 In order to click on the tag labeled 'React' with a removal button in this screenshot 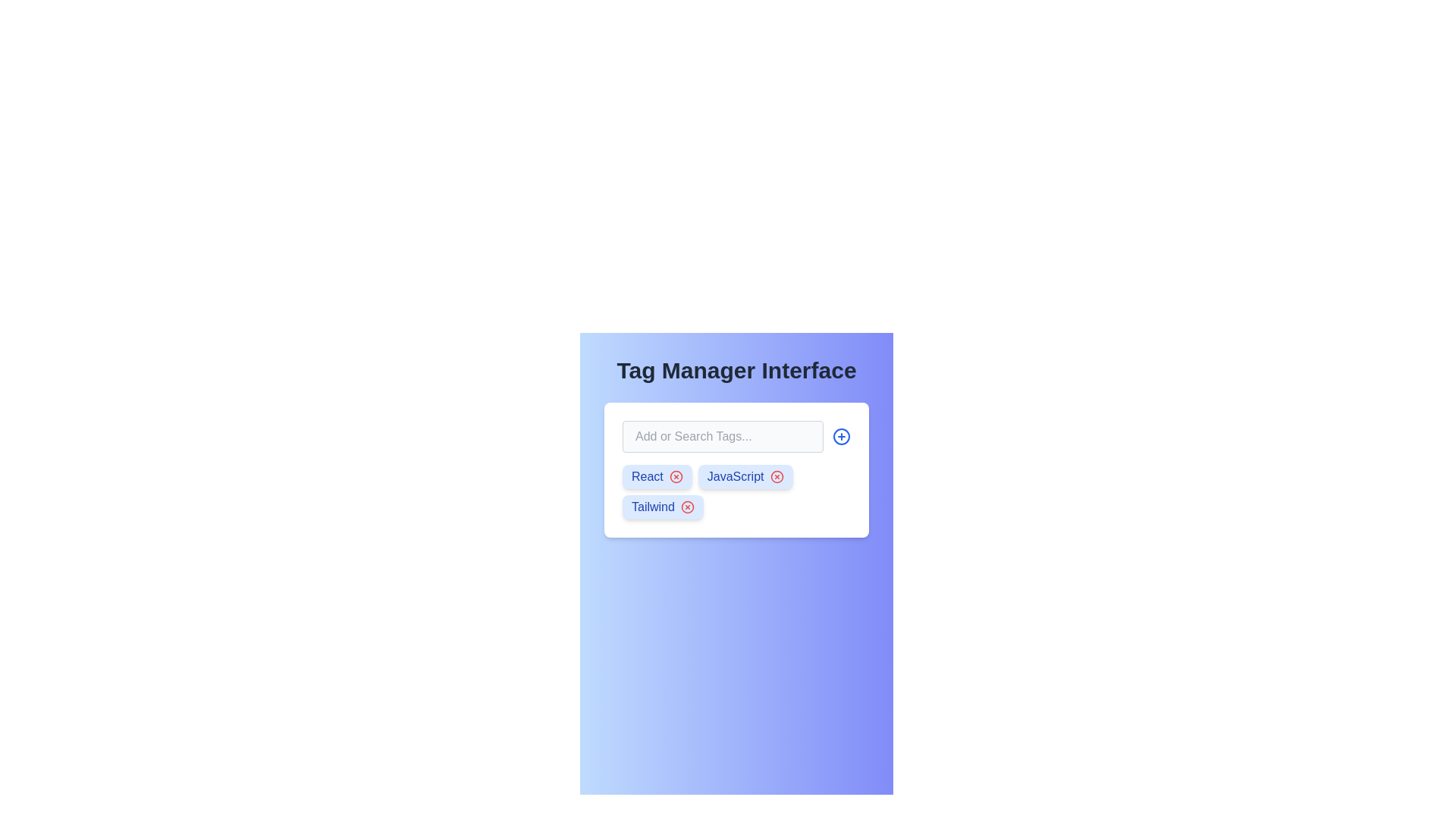, I will do `click(657, 475)`.